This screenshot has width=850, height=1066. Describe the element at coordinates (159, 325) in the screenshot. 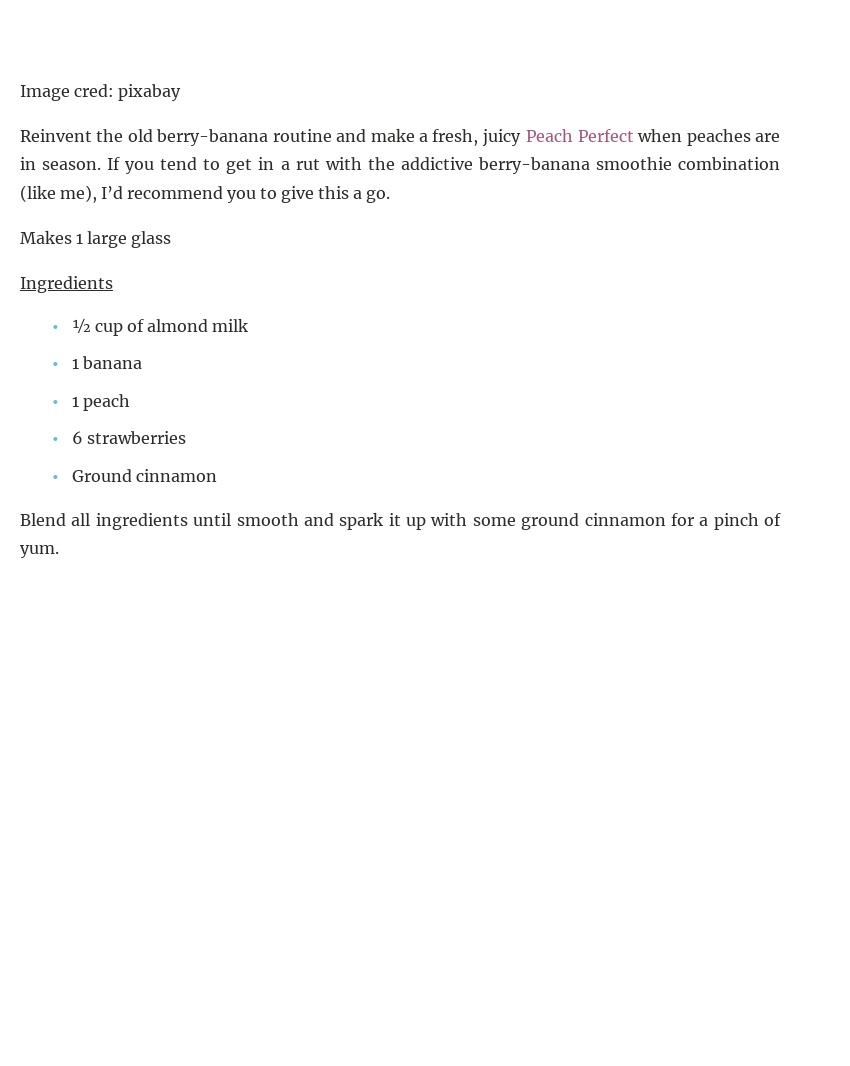

I see `'½ cup of almond milk'` at that location.